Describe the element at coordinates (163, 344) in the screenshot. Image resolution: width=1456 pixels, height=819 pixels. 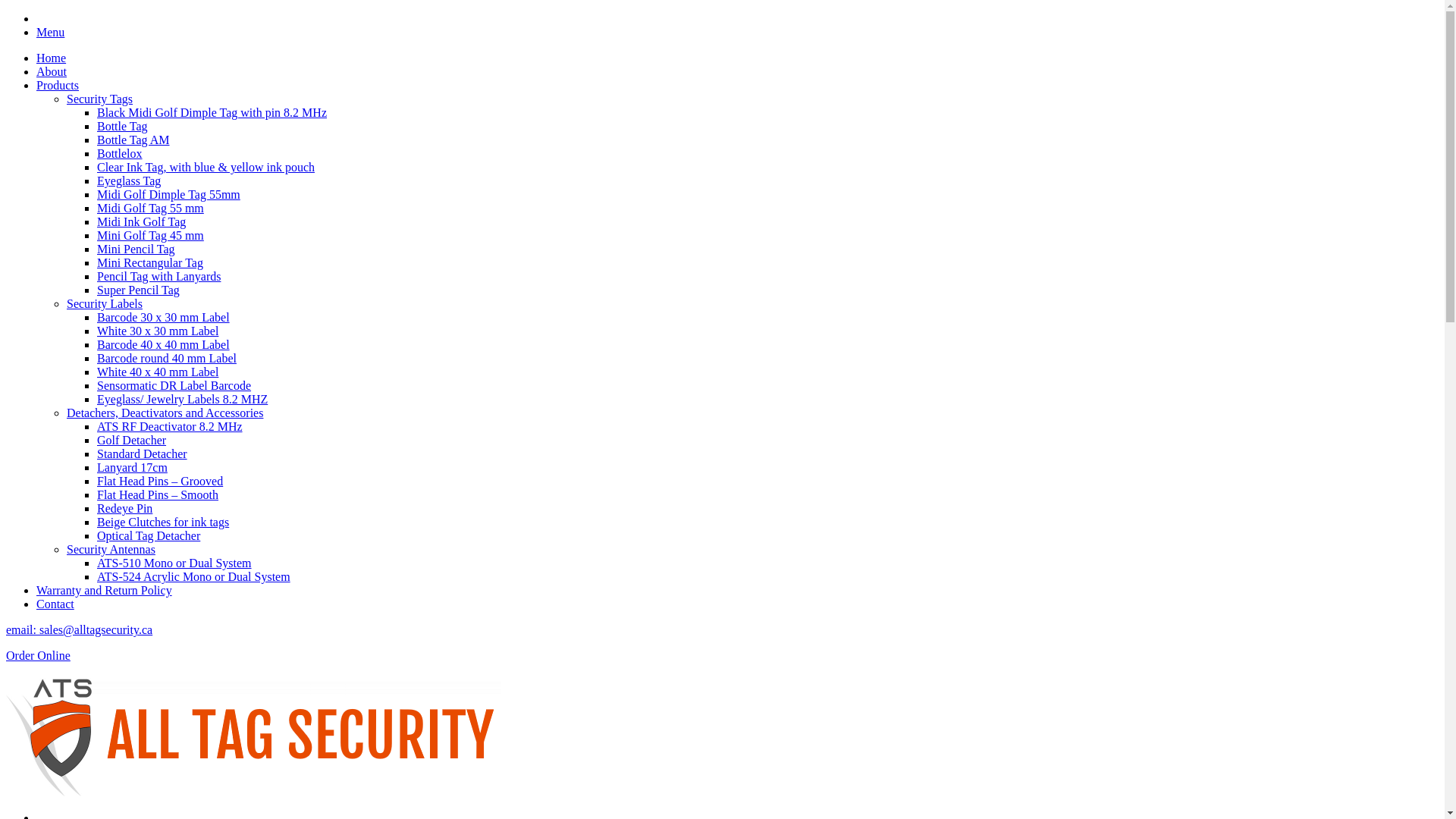
I see `'Barcode 40 x 40 mm Label'` at that location.